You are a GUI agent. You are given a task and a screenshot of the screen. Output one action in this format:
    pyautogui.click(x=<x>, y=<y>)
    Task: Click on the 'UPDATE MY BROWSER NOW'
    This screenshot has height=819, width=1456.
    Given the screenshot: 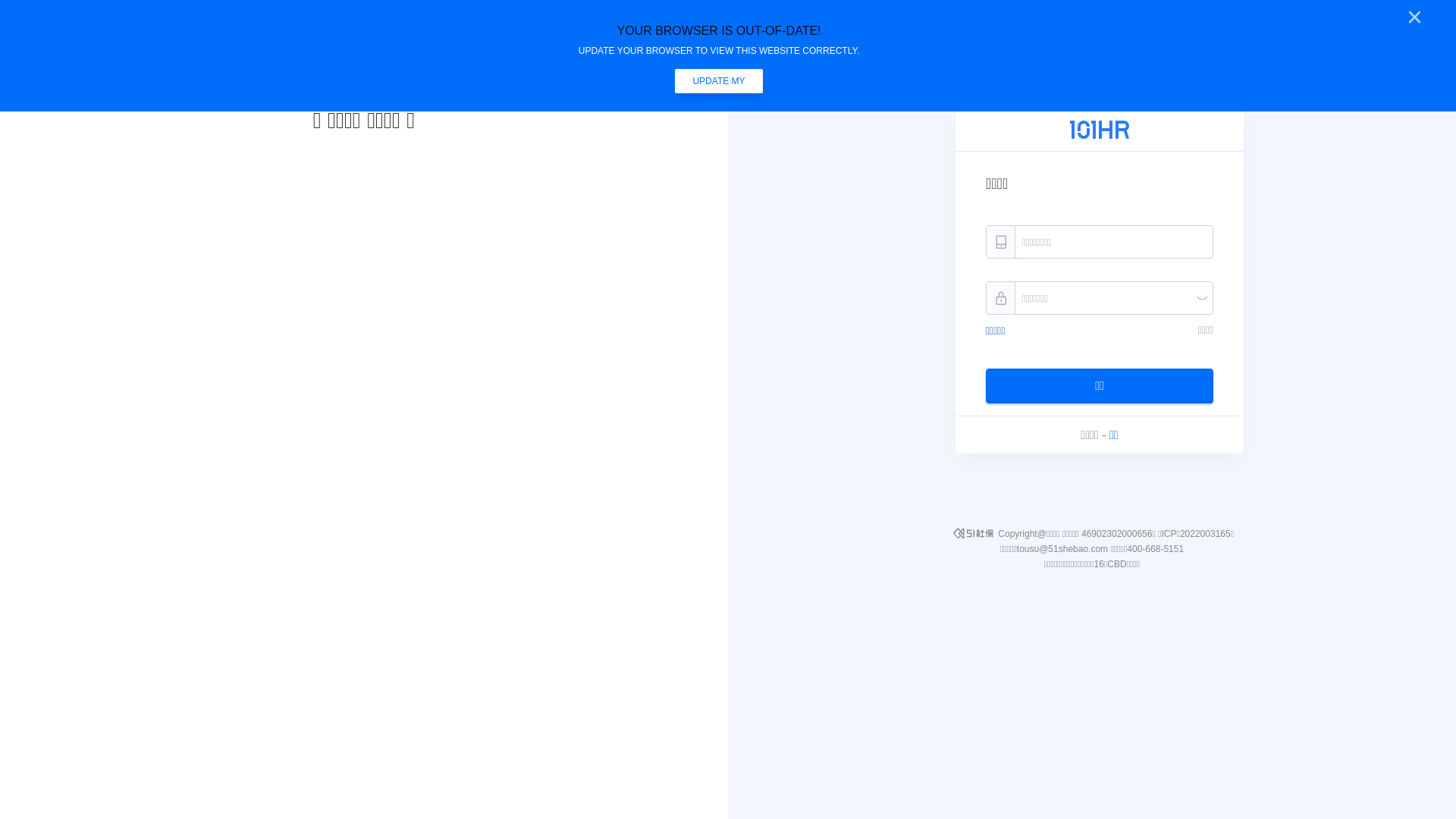 What is the action you would take?
    pyautogui.click(x=673, y=81)
    